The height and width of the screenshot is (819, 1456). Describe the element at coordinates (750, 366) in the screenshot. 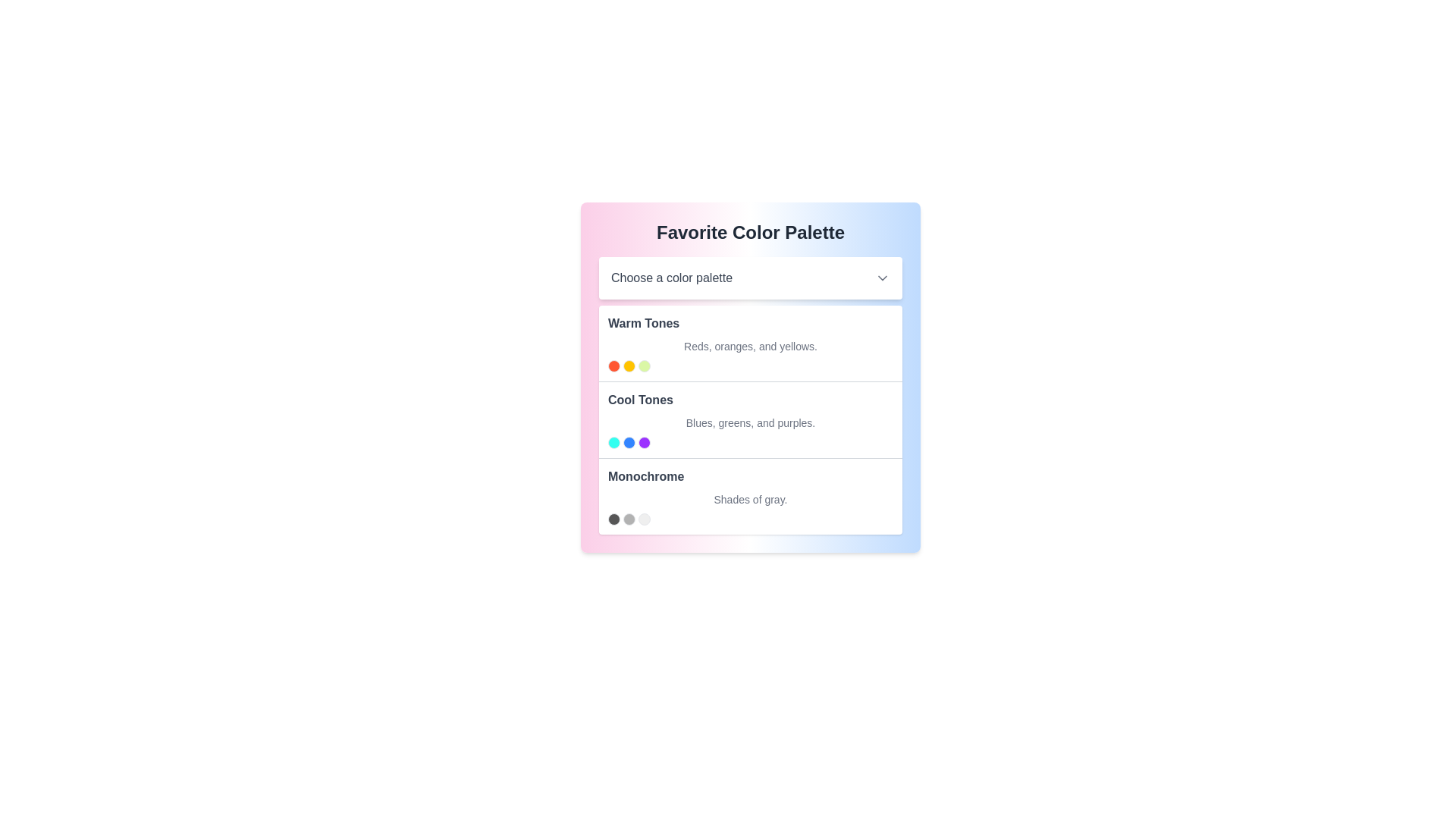

I see `the colors displayed in the Color swatch group located in the 'Warm Tones' section, below the text 'Reds, oranges, and yellows'` at that location.